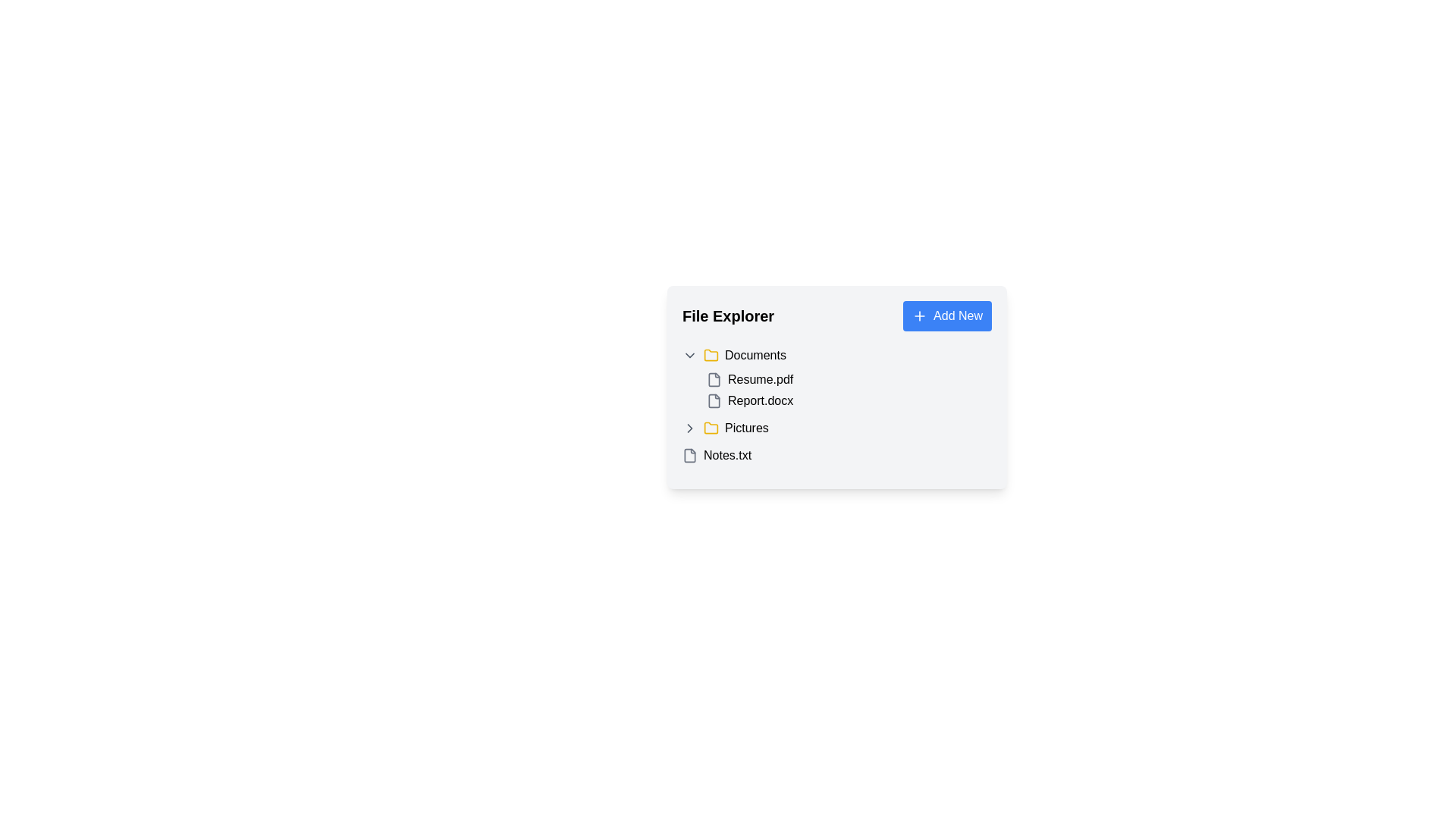  What do you see at coordinates (919, 315) in the screenshot?
I see `the icon located to the left of the 'Add New' text within the 'Add New' button in the top-right section of the interface` at bounding box center [919, 315].